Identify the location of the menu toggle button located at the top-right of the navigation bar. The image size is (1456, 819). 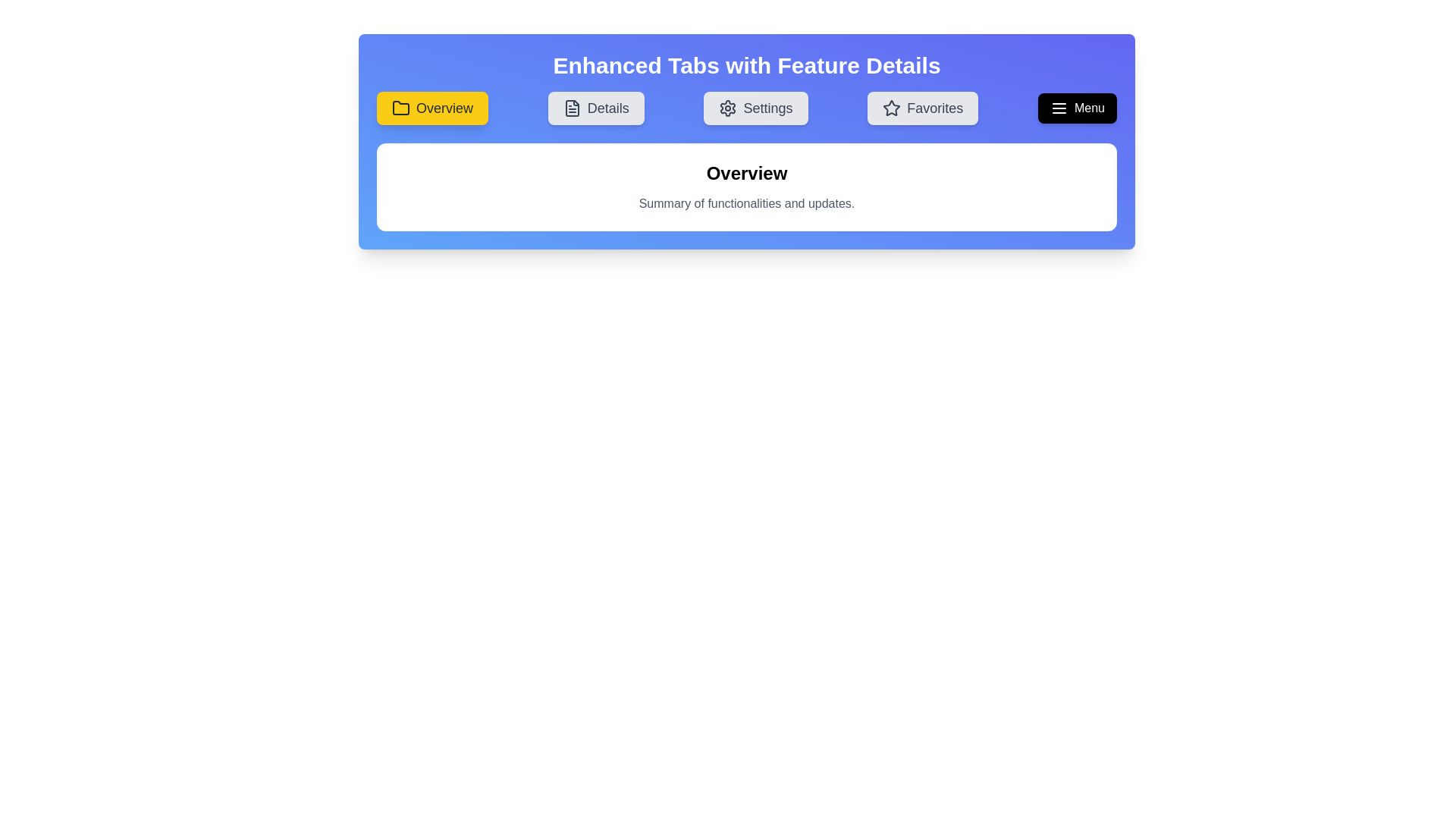
(1076, 107).